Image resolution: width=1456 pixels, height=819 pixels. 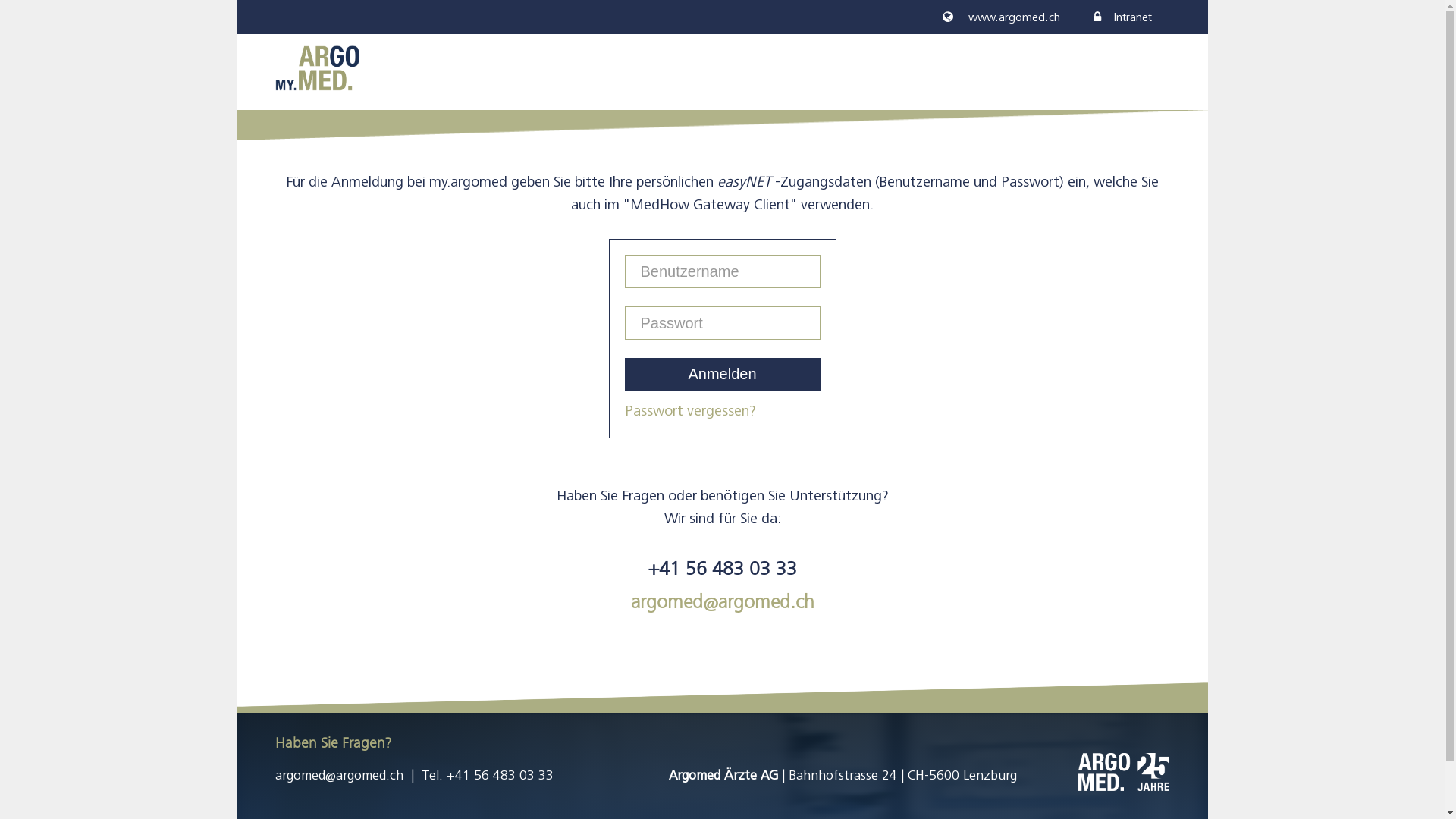 What do you see at coordinates (315, 66) in the screenshot?
I see `'my.argomed Startseite'` at bounding box center [315, 66].